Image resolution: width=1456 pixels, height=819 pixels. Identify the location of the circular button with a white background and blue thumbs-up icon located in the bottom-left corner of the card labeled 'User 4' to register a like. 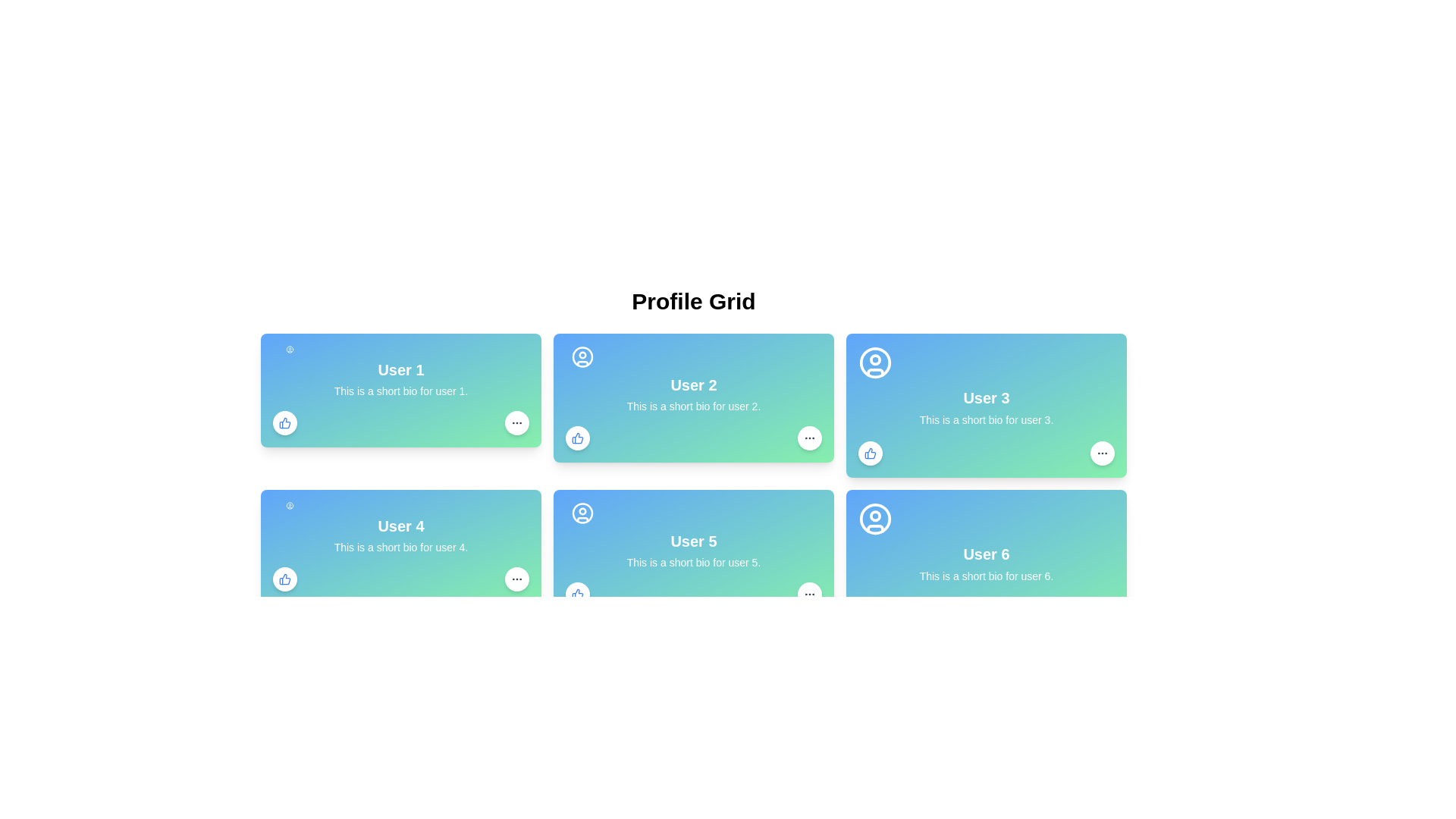
(284, 579).